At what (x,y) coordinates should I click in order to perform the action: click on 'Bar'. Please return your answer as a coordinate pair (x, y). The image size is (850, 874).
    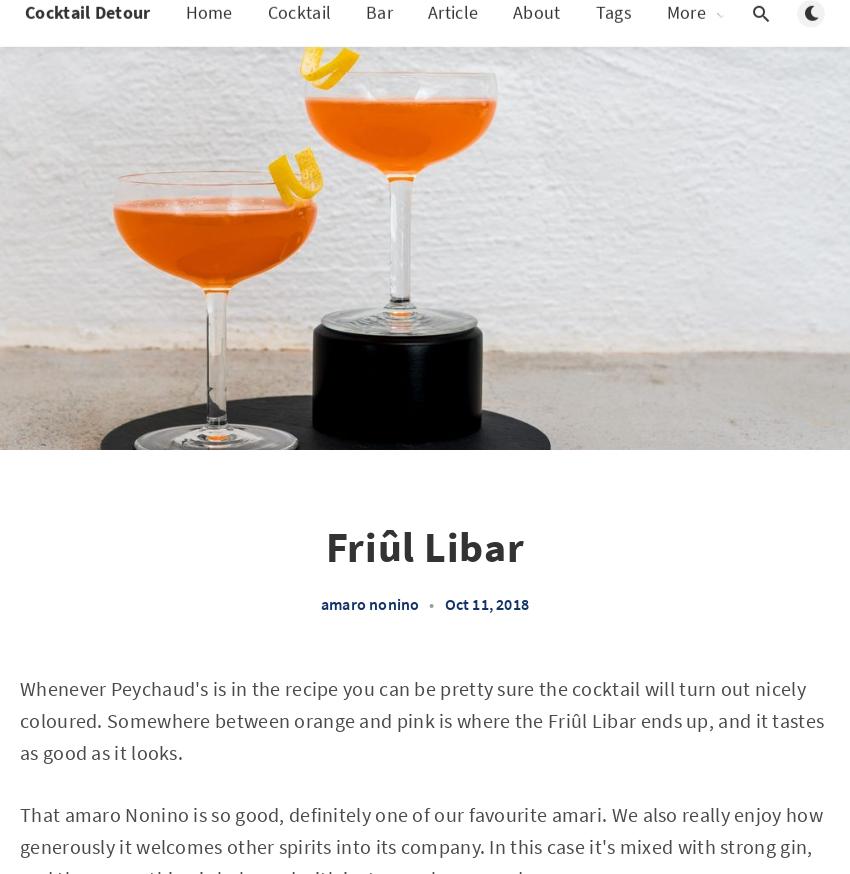
    Looking at the image, I should click on (378, 31).